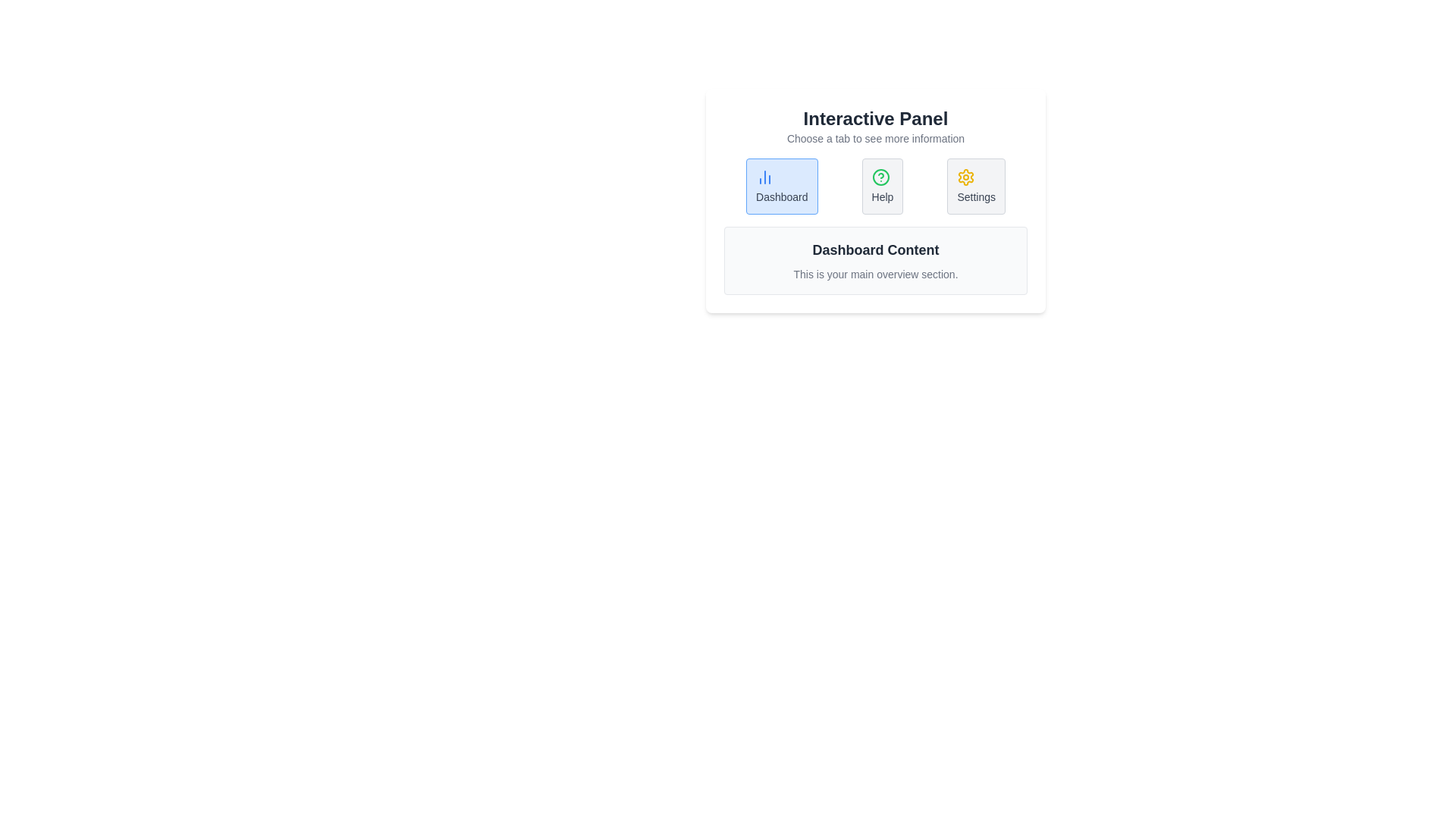  What do you see at coordinates (782, 196) in the screenshot?
I see `text of the 'Dashboard' label located inside the first button of a row of three options, which is below the 'Interactive Panel' heading in the center of the interface` at bounding box center [782, 196].